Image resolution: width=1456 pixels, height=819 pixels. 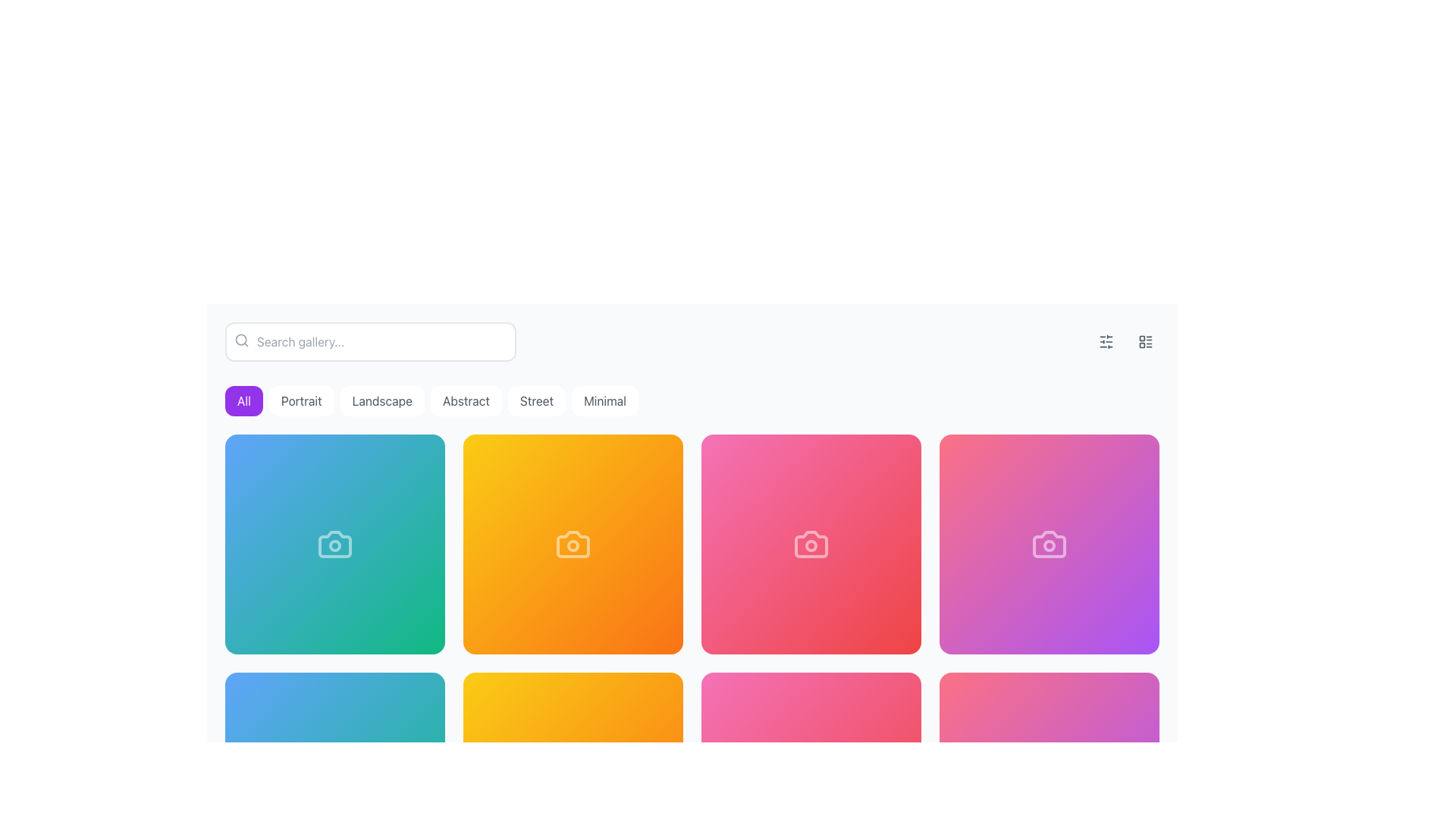 I want to click on the 'Landscape' filter button, which is the third button in a horizontal set of six buttons located below the search bar, so click(x=382, y=400).